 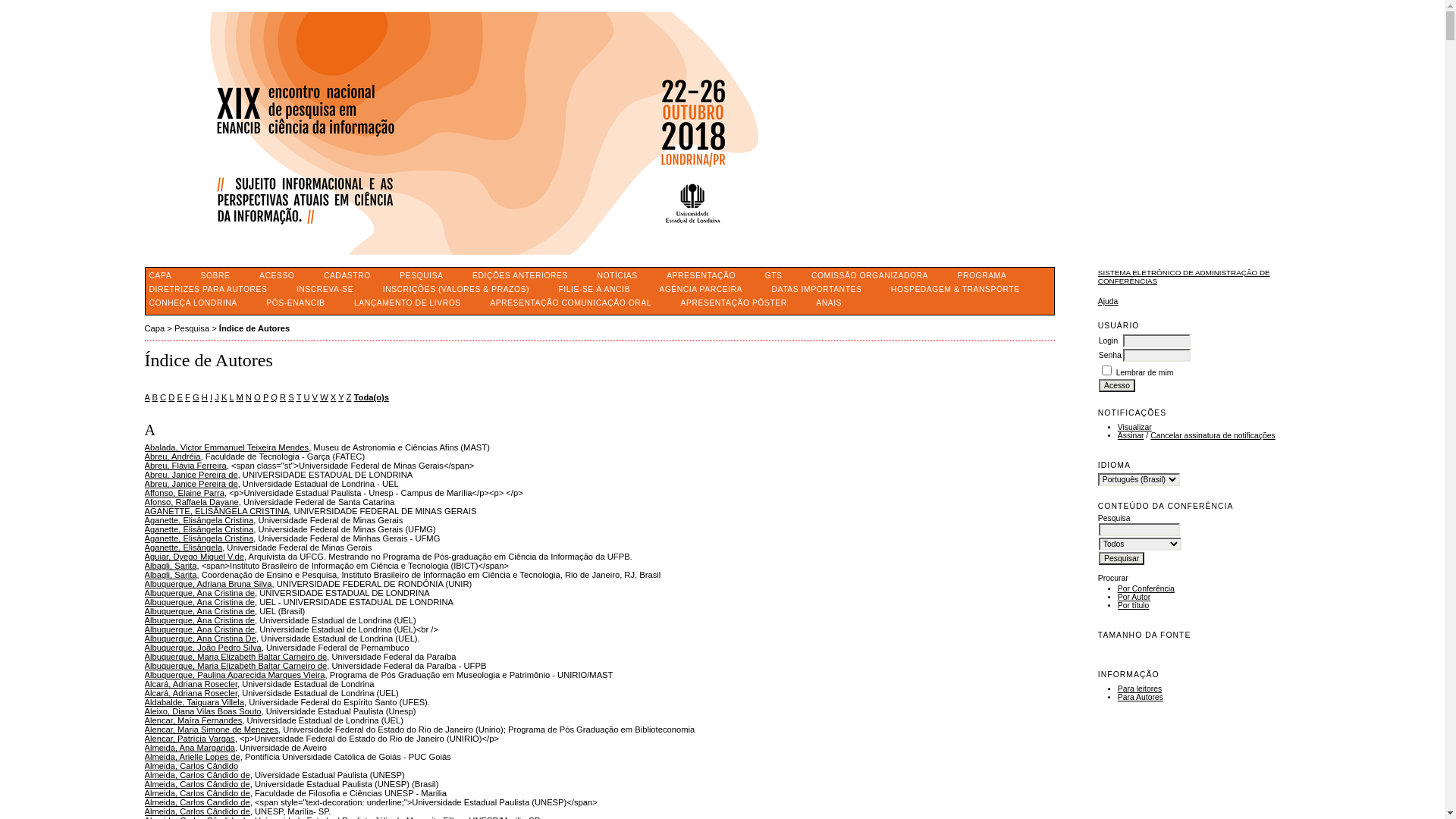 I want to click on 'Assinar', so click(x=1131, y=435).